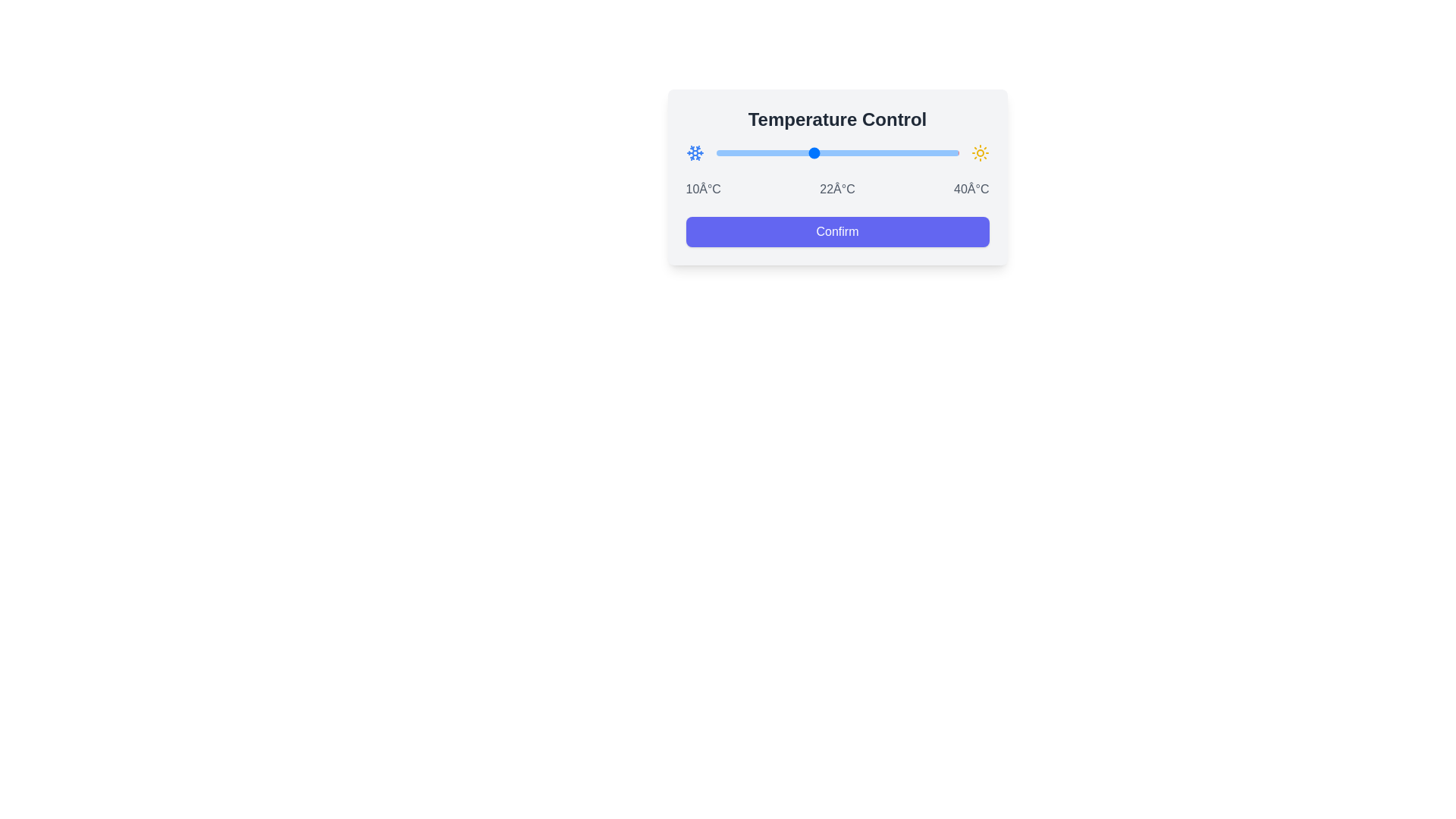  I want to click on the slider to set the temperature to 36°C, so click(925, 152).